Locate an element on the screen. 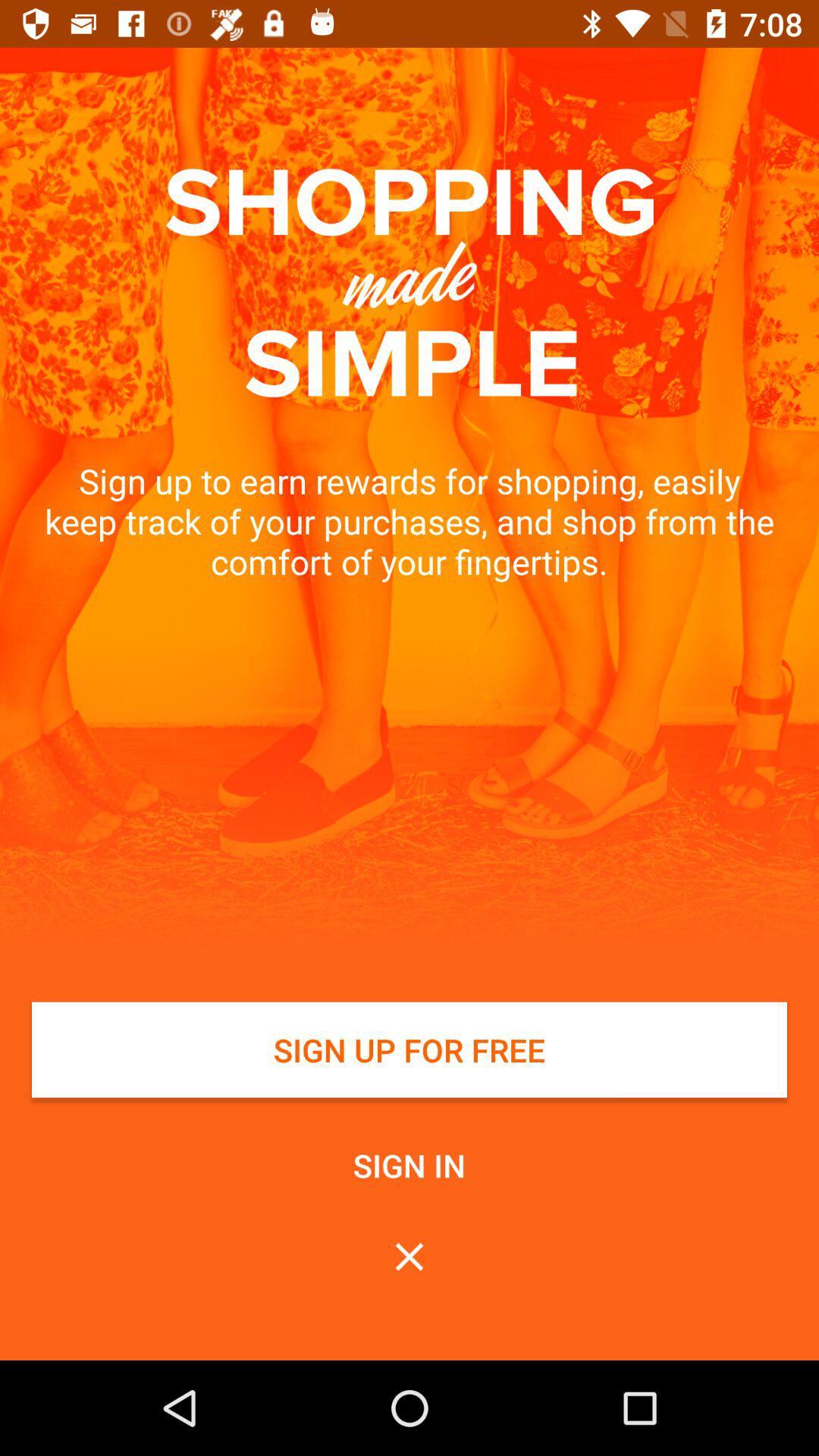 Image resolution: width=819 pixels, height=1456 pixels. white button at bottom of page is located at coordinates (409, 1050).